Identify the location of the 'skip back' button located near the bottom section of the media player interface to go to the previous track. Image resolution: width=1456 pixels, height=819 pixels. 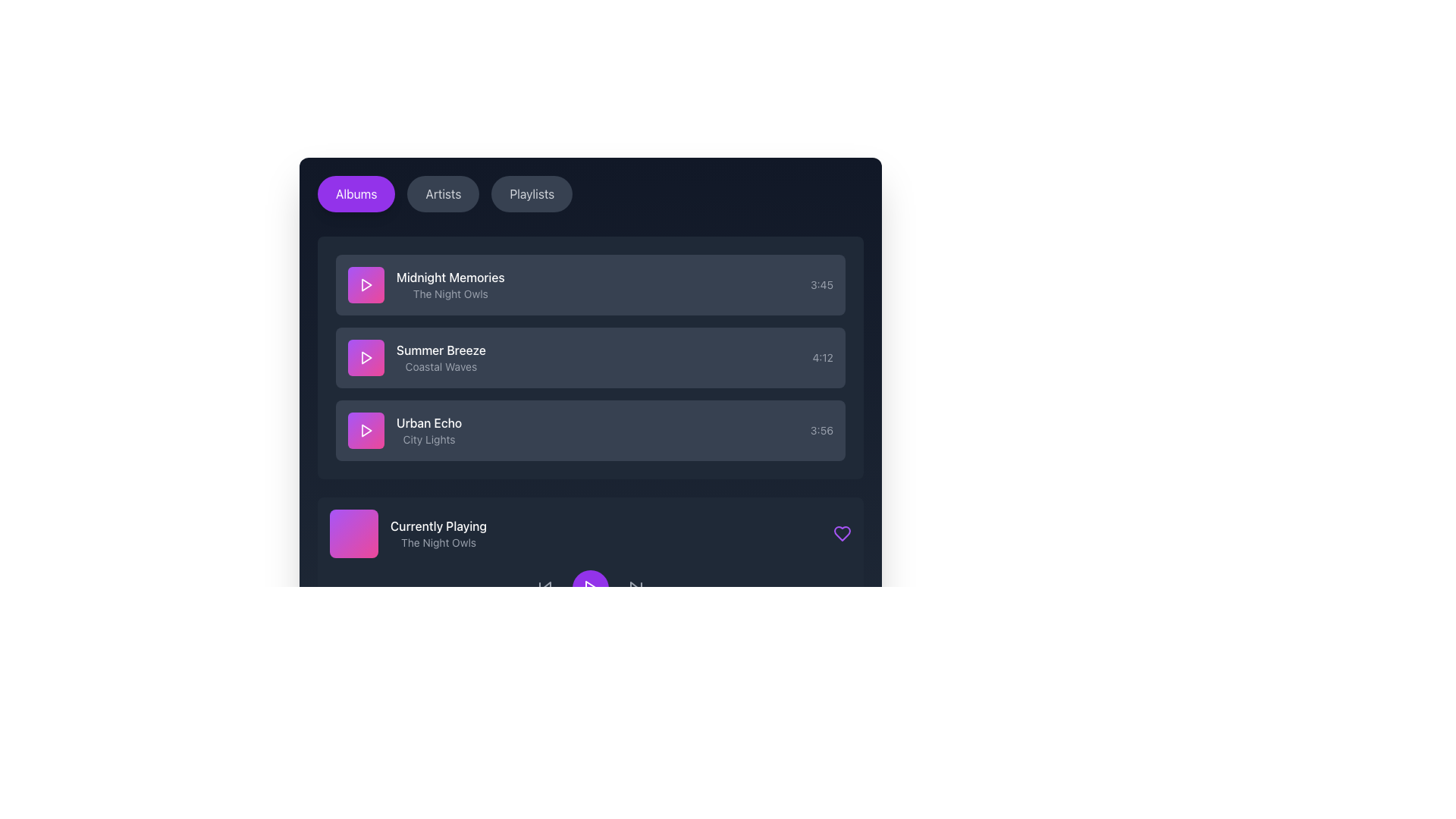
(545, 587).